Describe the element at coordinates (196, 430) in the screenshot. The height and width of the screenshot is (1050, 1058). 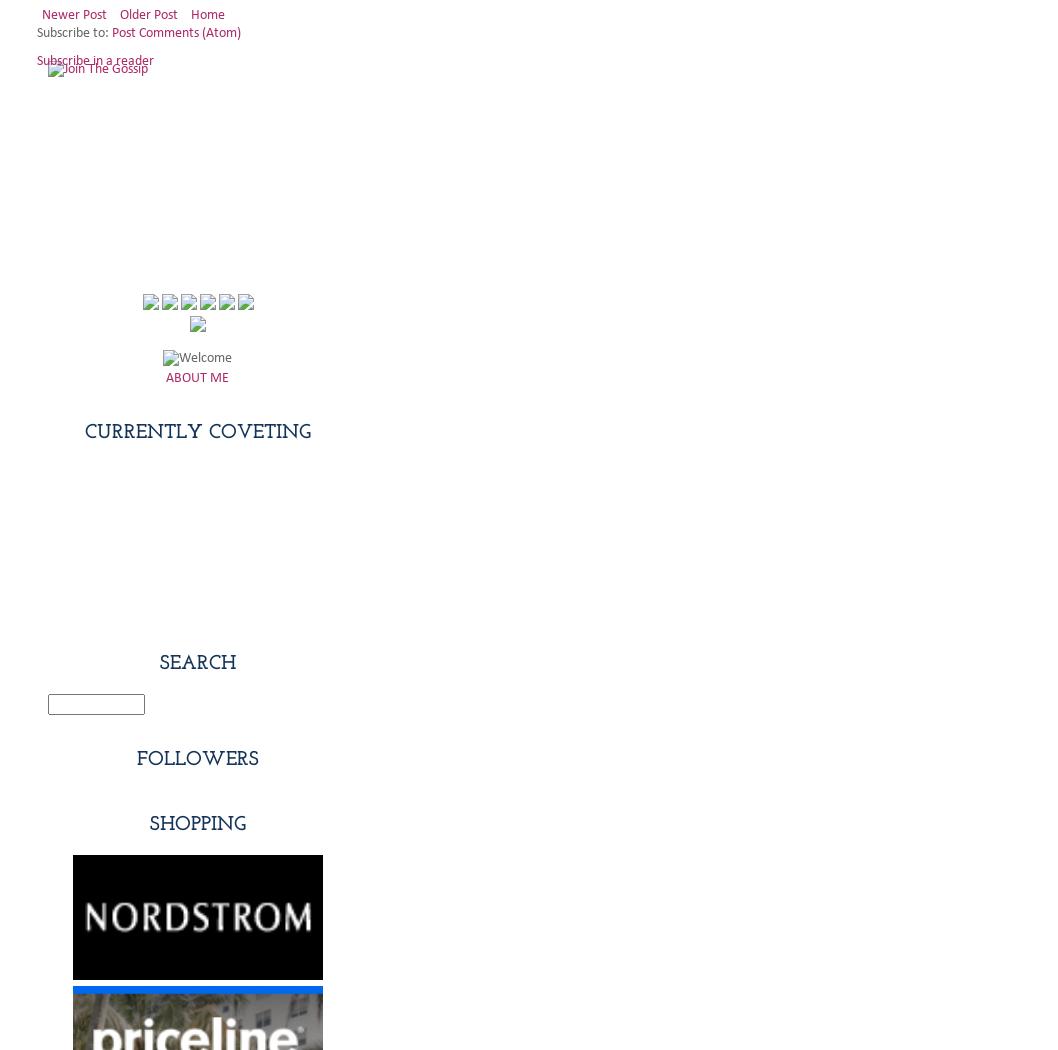
I see `'Currently Coveting'` at that location.